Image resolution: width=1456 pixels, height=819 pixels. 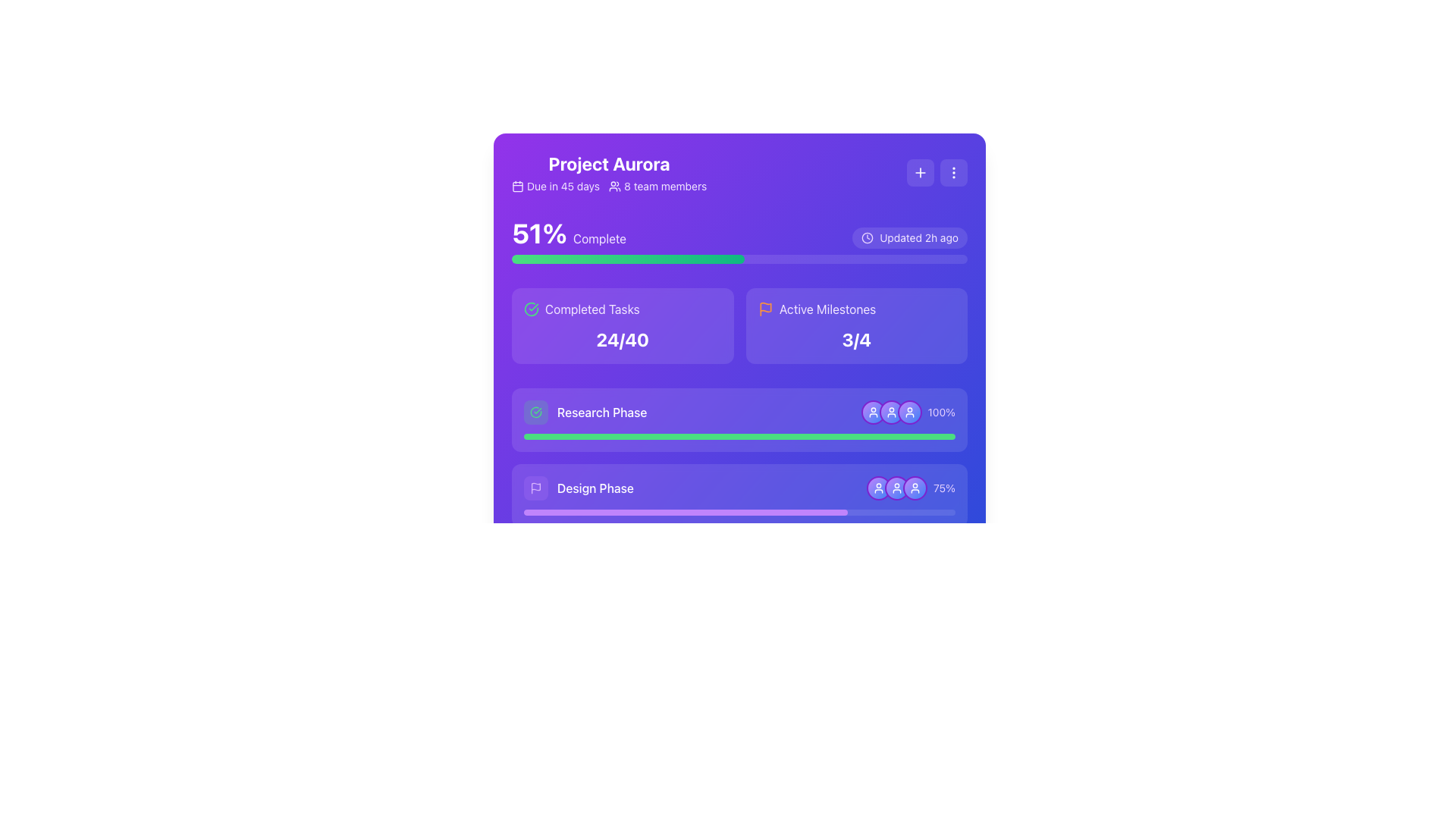 I want to click on the associated progress details of the 'Research Phase' progress component, which shows a completed state with a 100% completion rate, so click(x=739, y=420).